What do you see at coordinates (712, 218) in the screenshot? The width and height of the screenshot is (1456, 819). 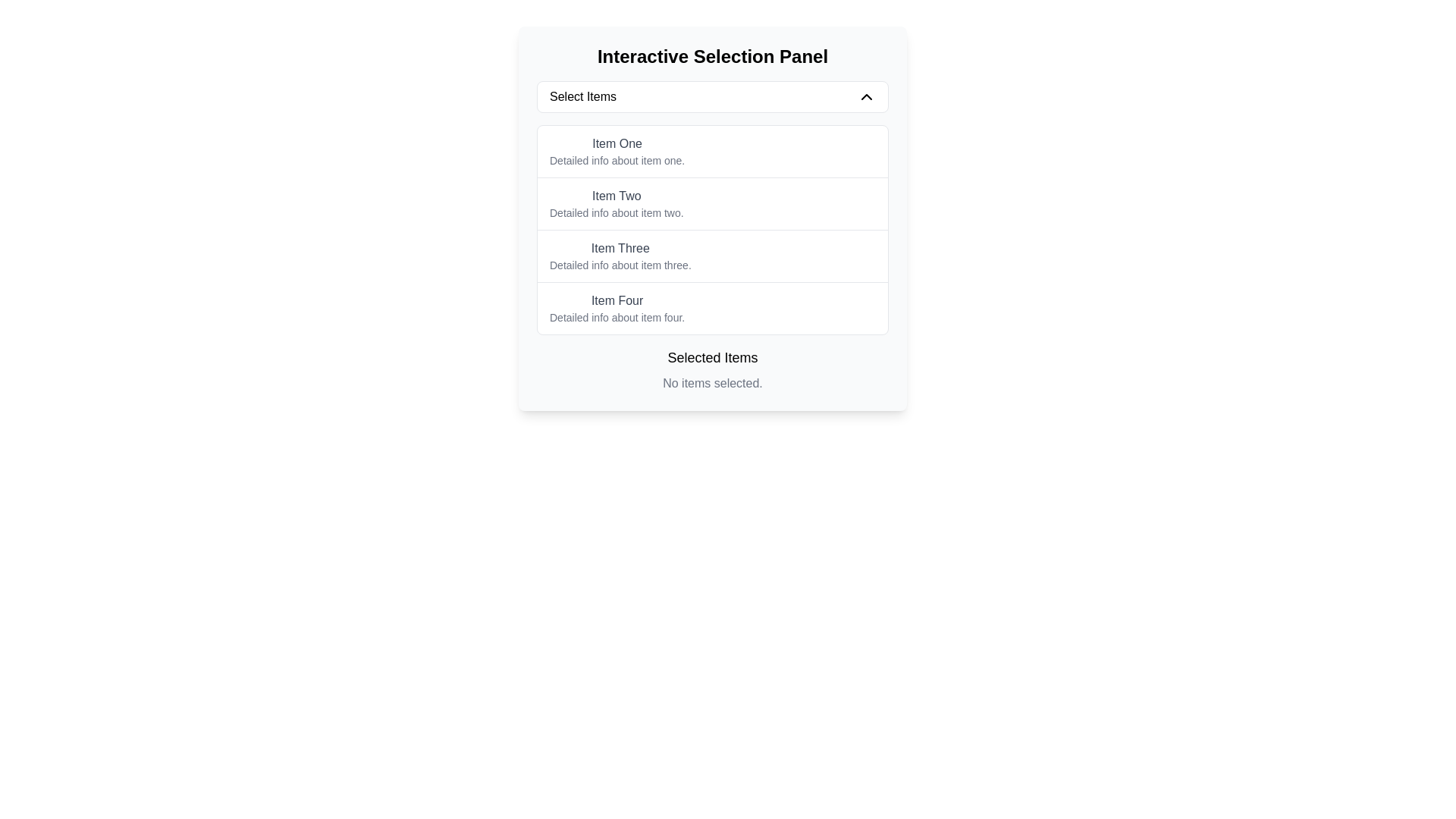 I see `the second row of the selectable list item in the 'Interactive Selection Panel'` at bounding box center [712, 218].